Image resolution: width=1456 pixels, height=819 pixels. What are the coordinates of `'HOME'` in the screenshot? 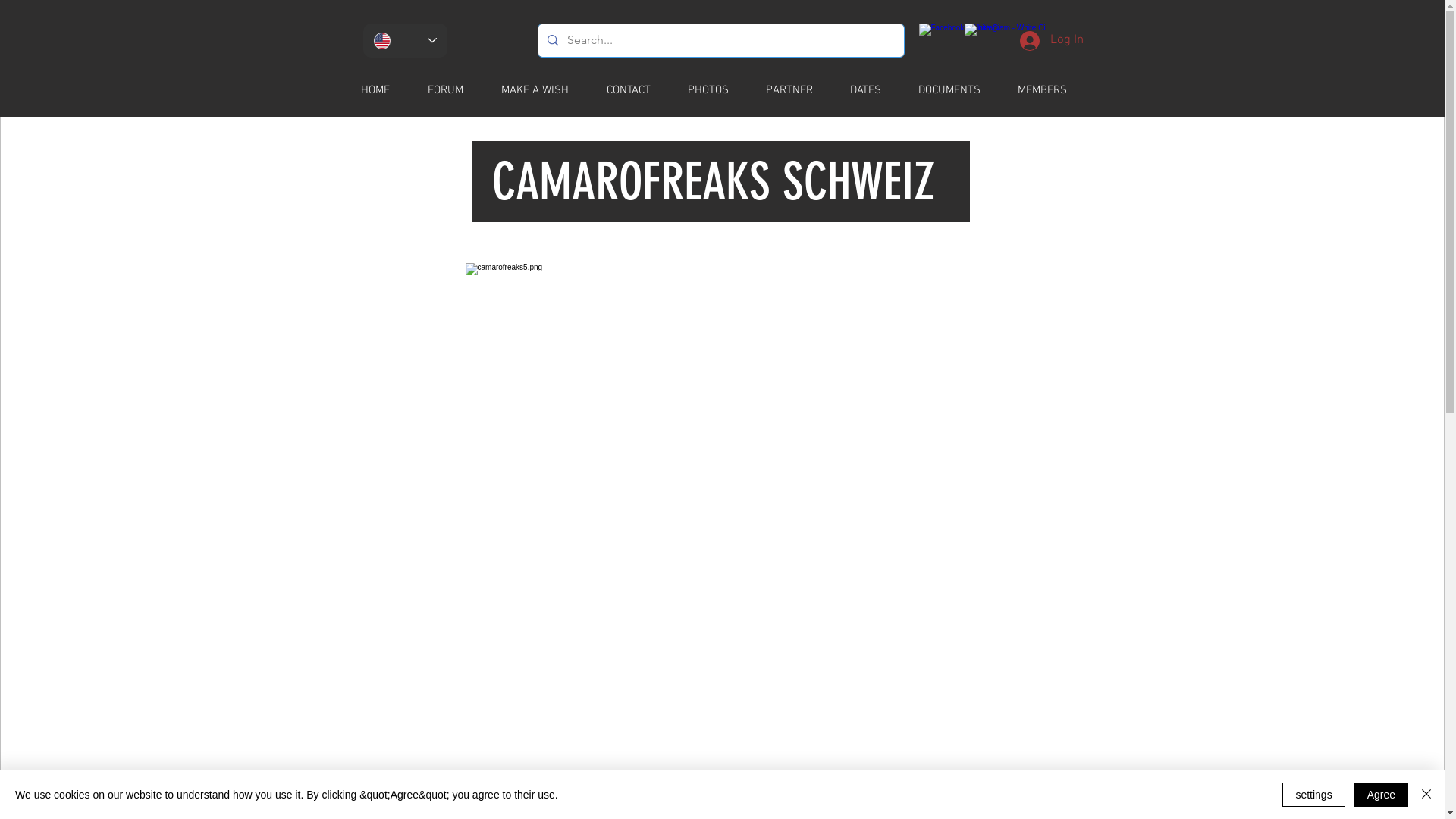 It's located at (383, 90).